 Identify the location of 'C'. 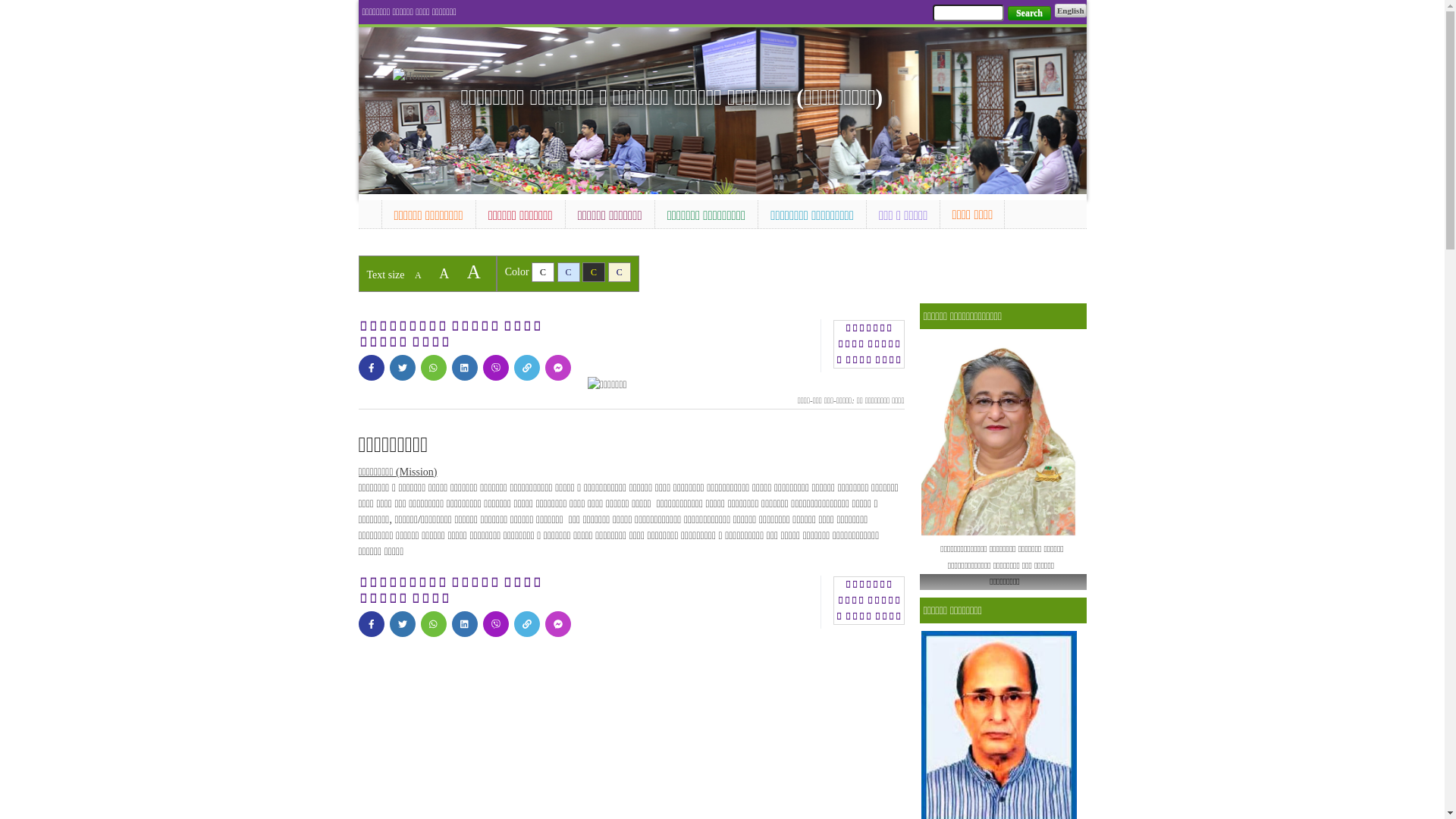
(531, 271).